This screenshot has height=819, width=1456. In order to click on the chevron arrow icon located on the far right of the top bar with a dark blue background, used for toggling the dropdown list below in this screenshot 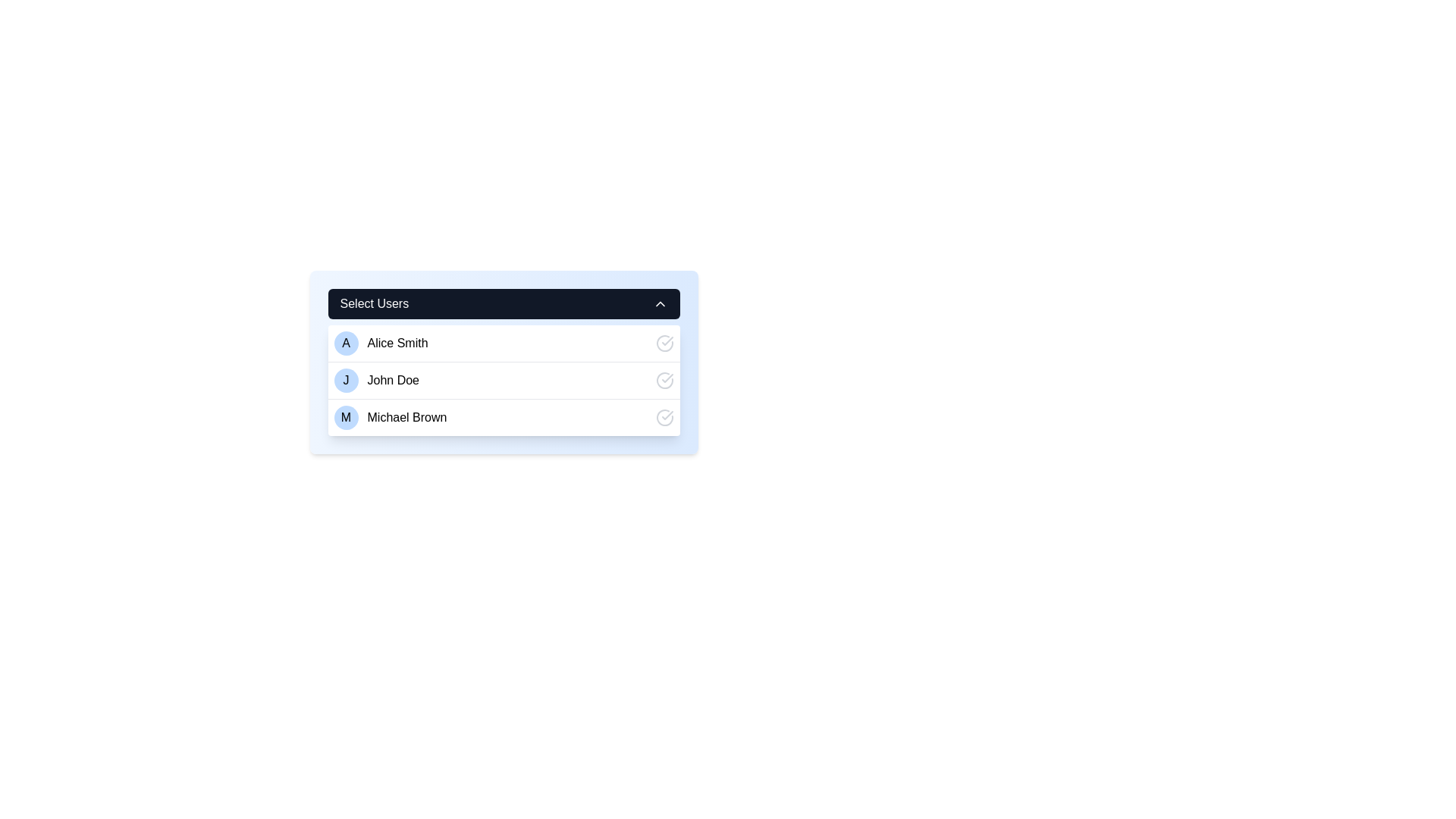, I will do `click(660, 304)`.